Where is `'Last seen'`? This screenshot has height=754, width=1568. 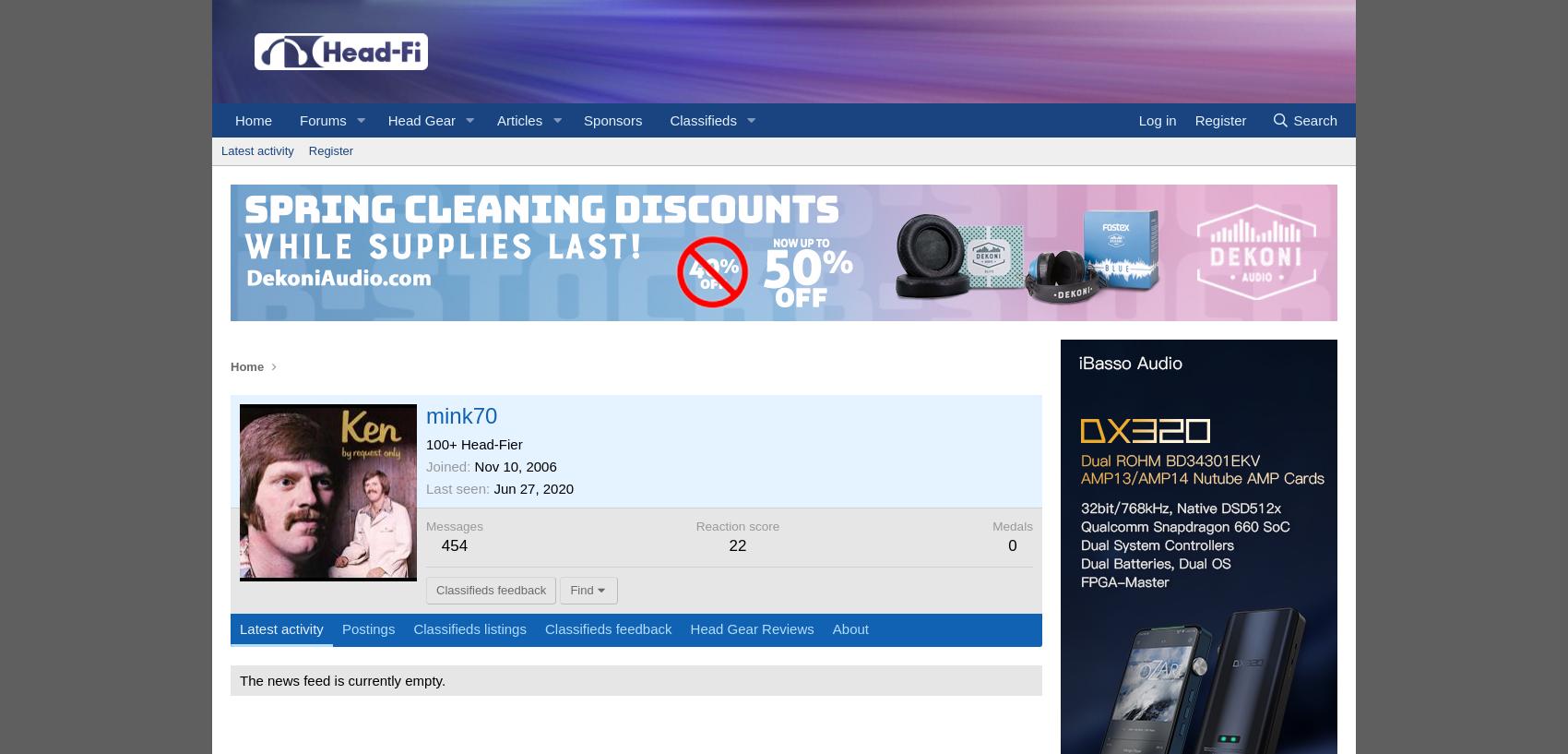
'Last seen' is located at coordinates (456, 486).